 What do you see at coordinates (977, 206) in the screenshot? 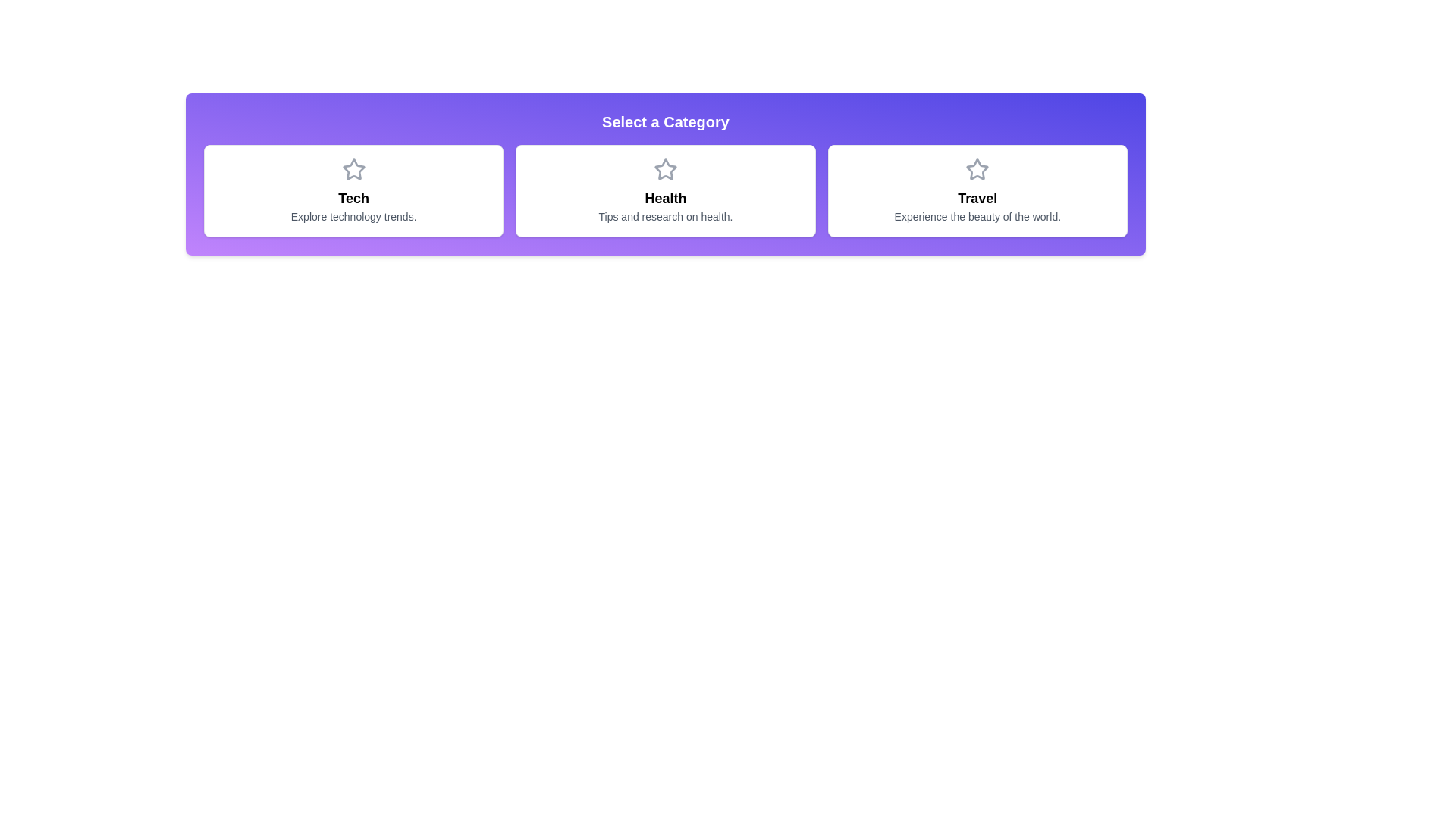
I see `displayed information from the Text display that serves as a descriptive title and summary for the 'Travel' category, which is the third item in the group of cards under 'Select a Category'` at bounding box center [977, 206].